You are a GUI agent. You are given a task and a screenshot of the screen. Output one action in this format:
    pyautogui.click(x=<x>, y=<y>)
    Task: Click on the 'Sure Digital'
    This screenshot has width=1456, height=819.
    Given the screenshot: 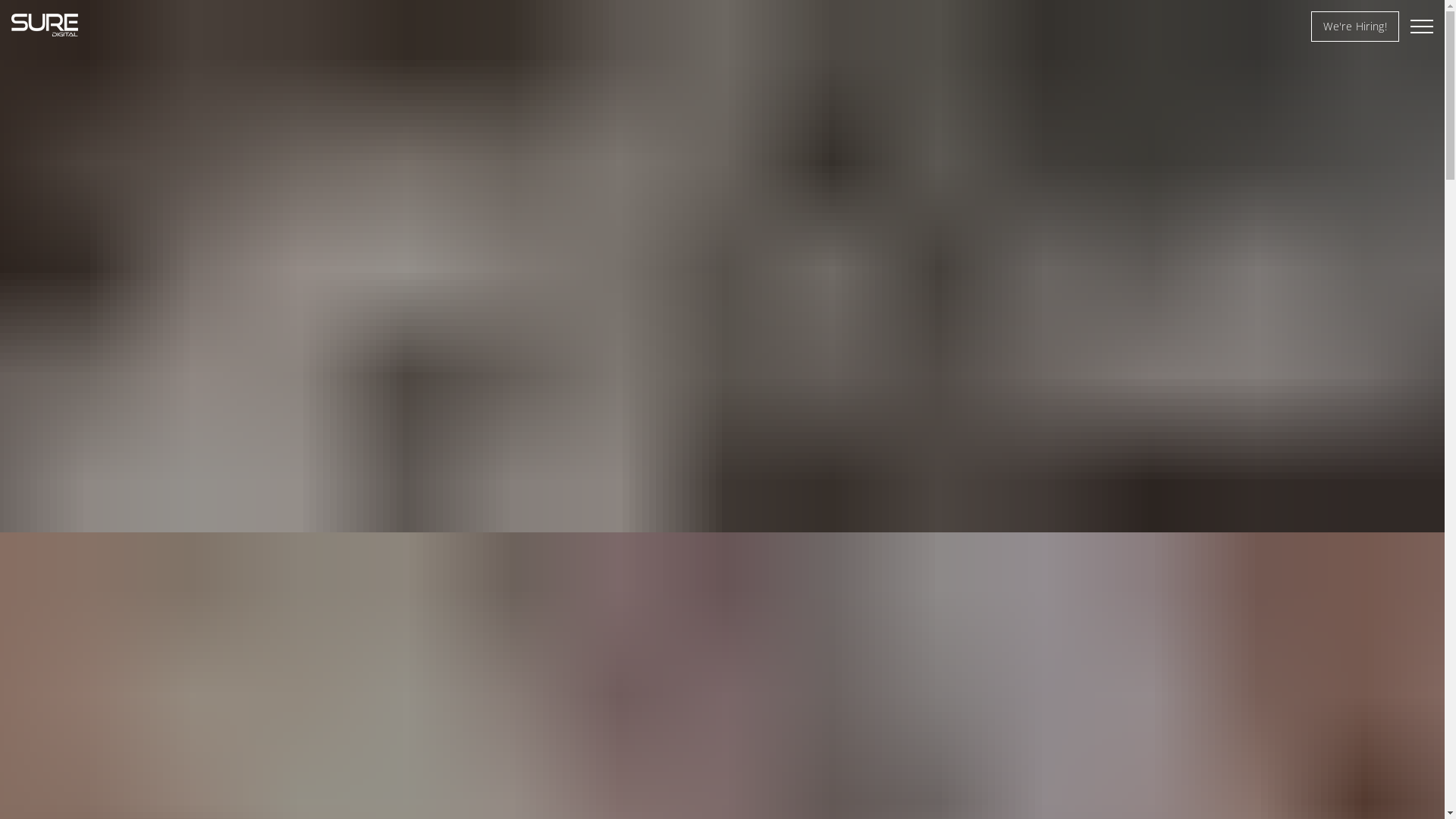 What is the action you would take?
    pyautogui.click(x=44, y=25)
    